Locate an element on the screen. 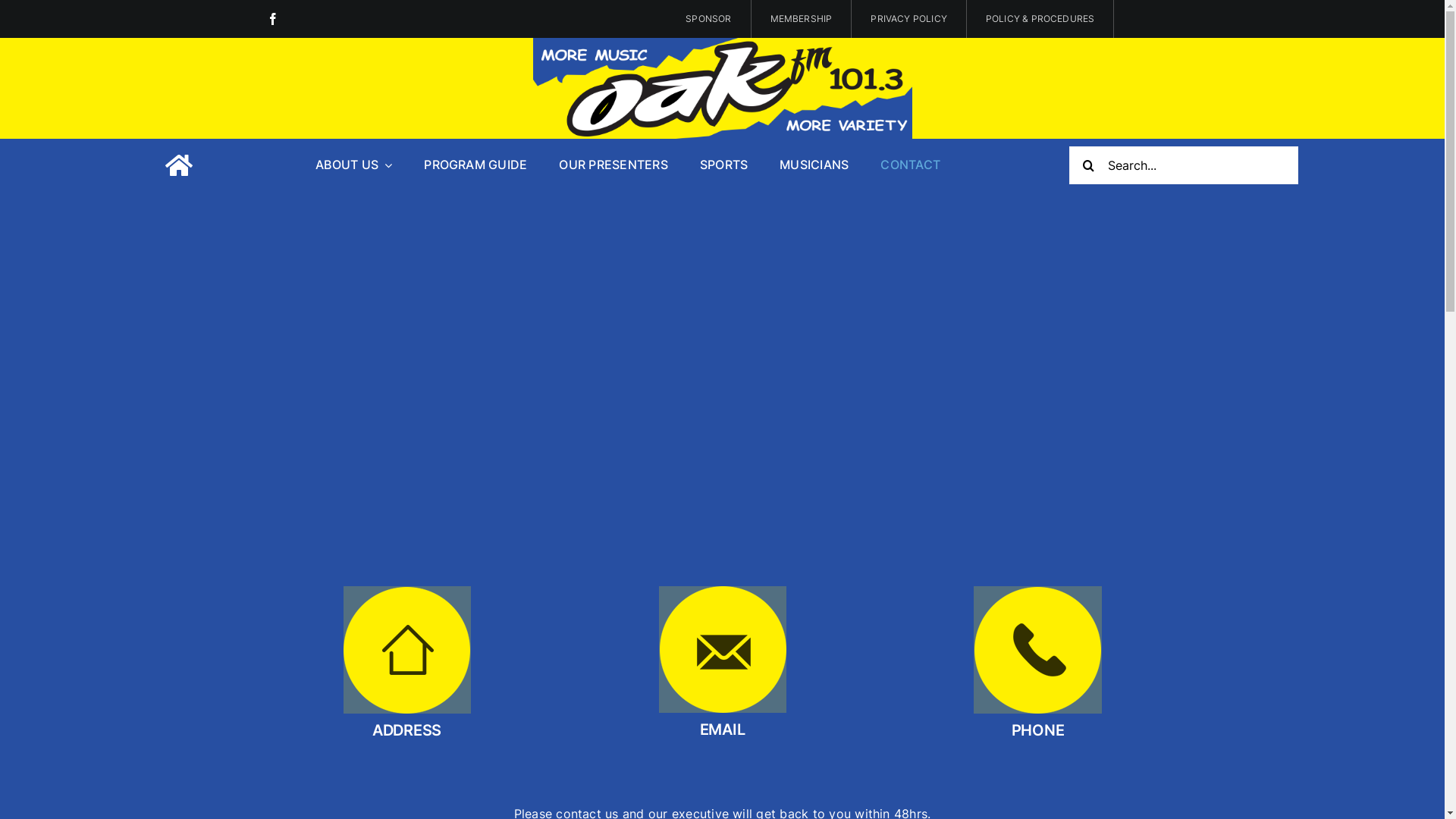  'MUSICIANS' is located at coordinates (813, 165).